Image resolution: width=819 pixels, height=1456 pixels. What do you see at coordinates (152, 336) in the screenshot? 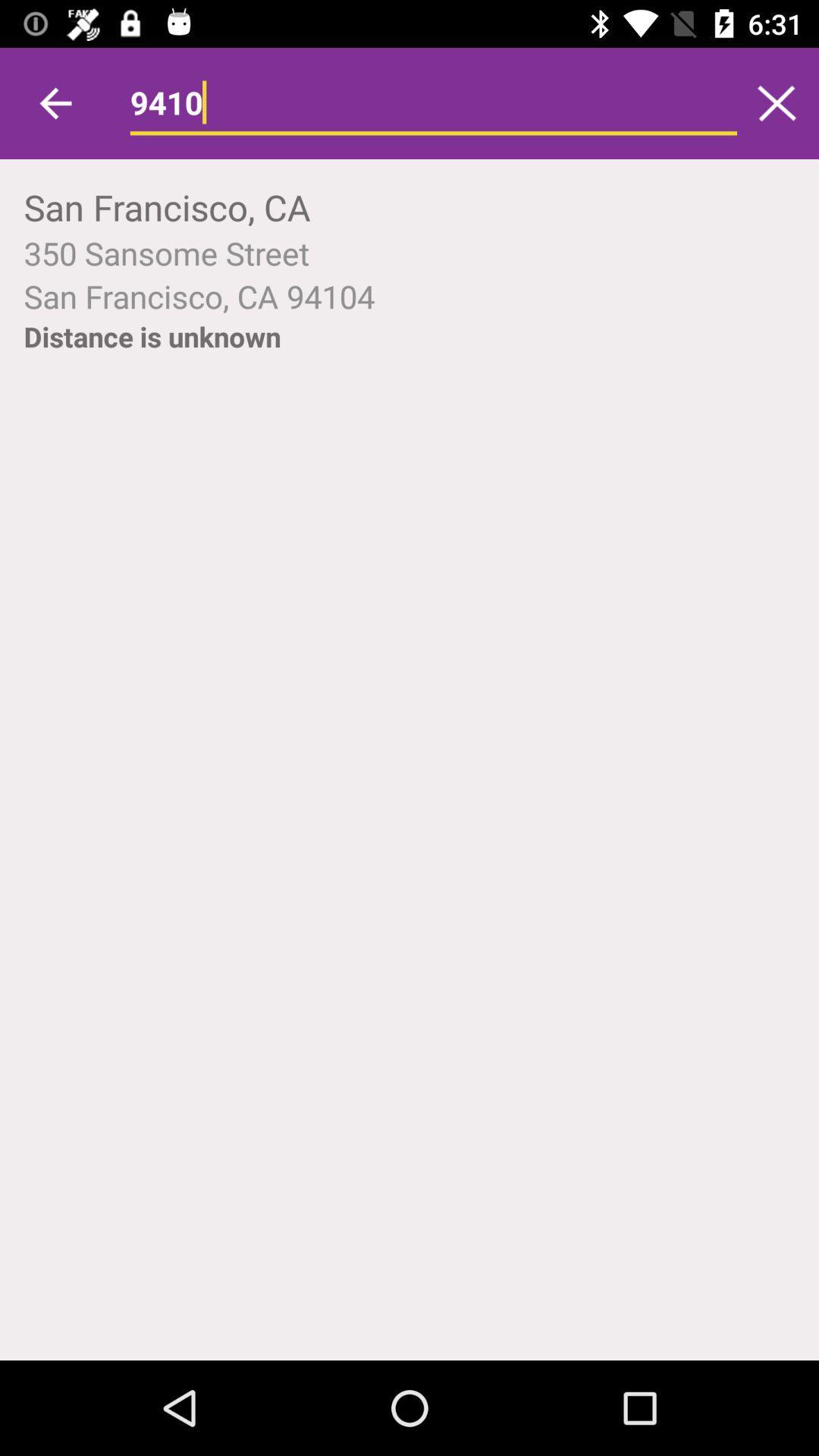
I see `distance is unknown item` at bounding box center [152, 336].